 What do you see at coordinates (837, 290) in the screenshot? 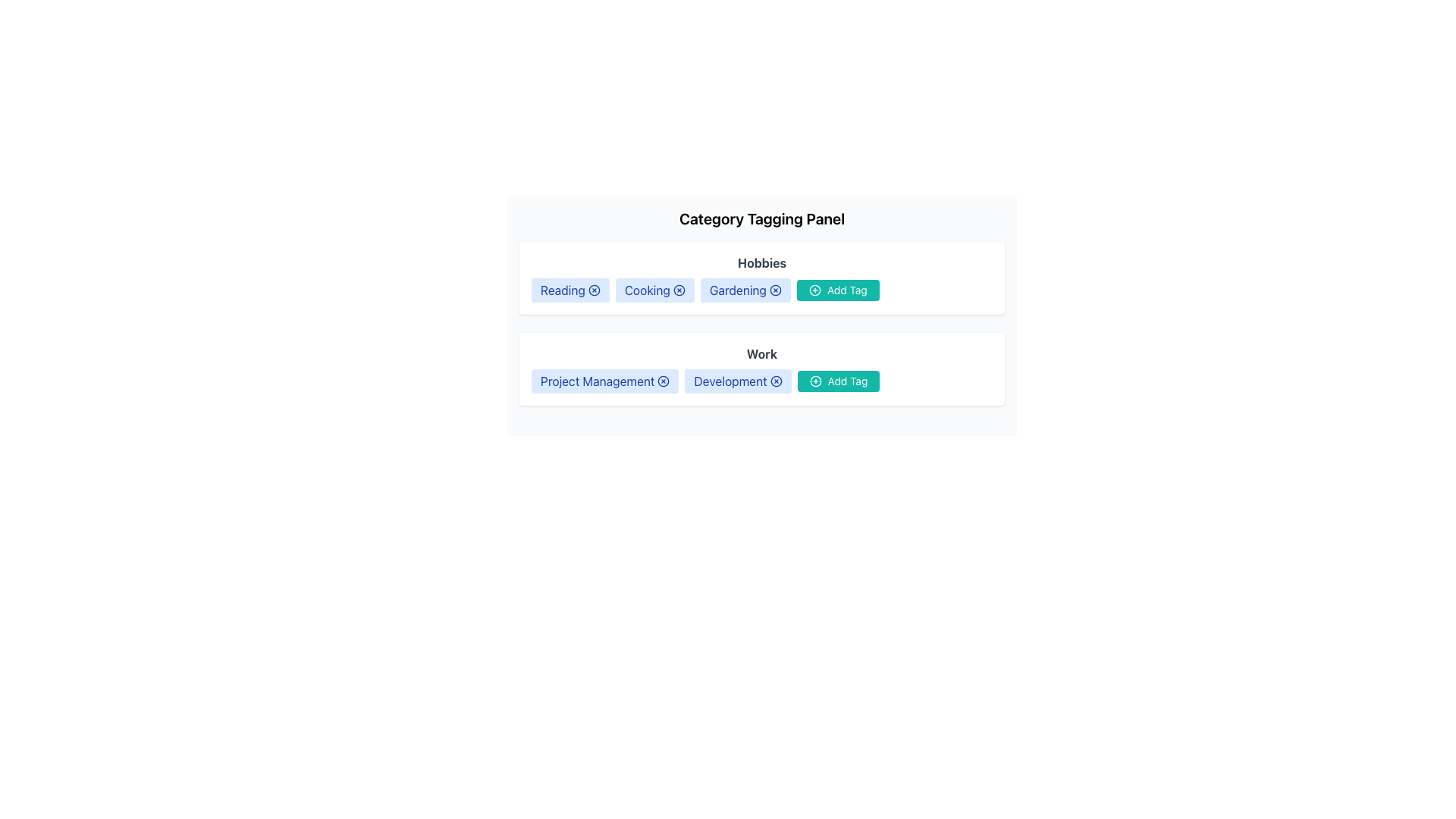
I see `the 'Add Tag' button with a teal-green background and white text, located in the 'Hobbies' section of the interface` at bounding box center [837, 290].